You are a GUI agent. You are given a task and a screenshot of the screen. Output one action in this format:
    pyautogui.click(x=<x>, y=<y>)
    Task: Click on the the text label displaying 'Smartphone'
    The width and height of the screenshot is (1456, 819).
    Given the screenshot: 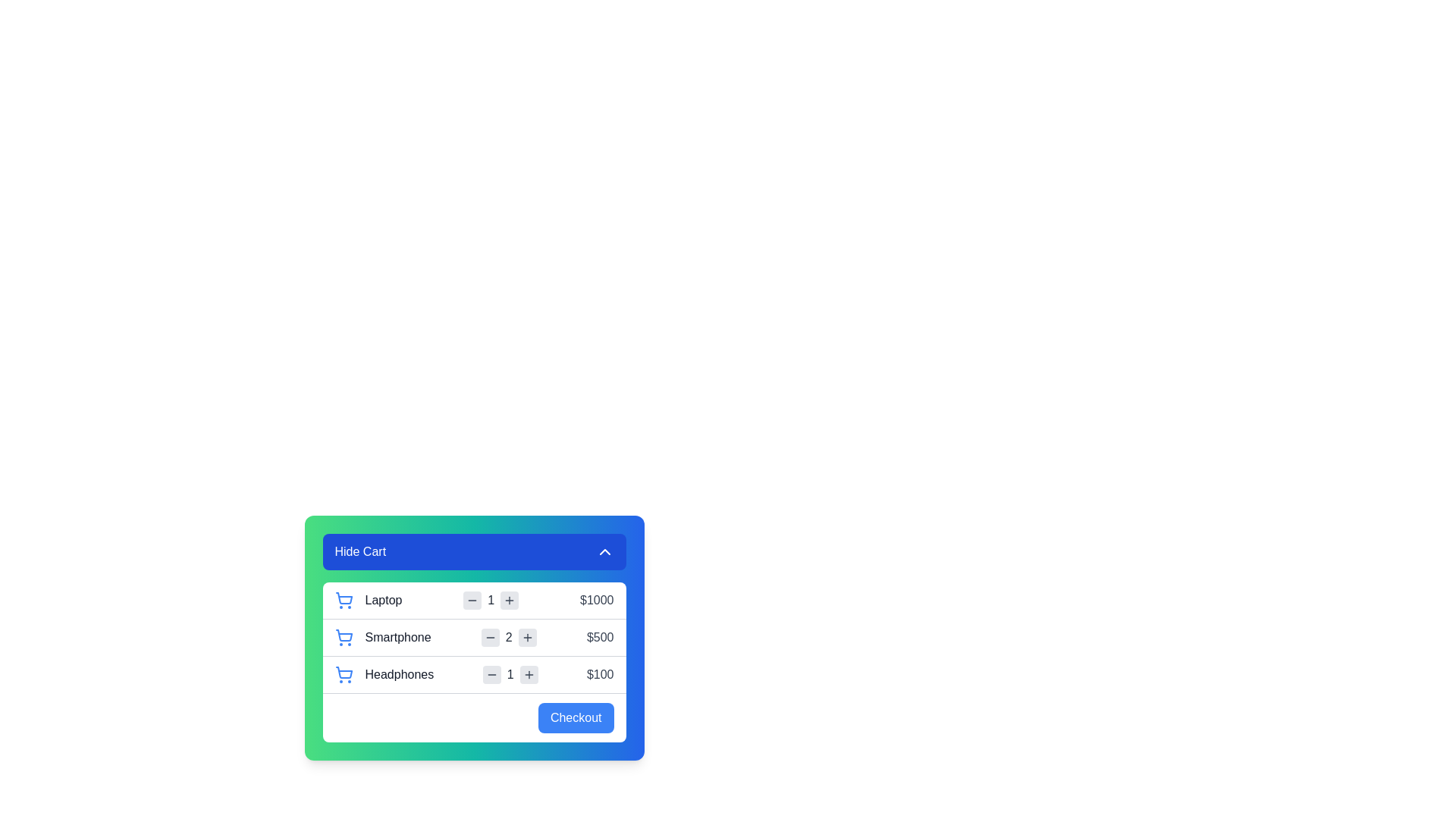 What is the action you would take?
    pyautogui.click(x=398, y=637)
    